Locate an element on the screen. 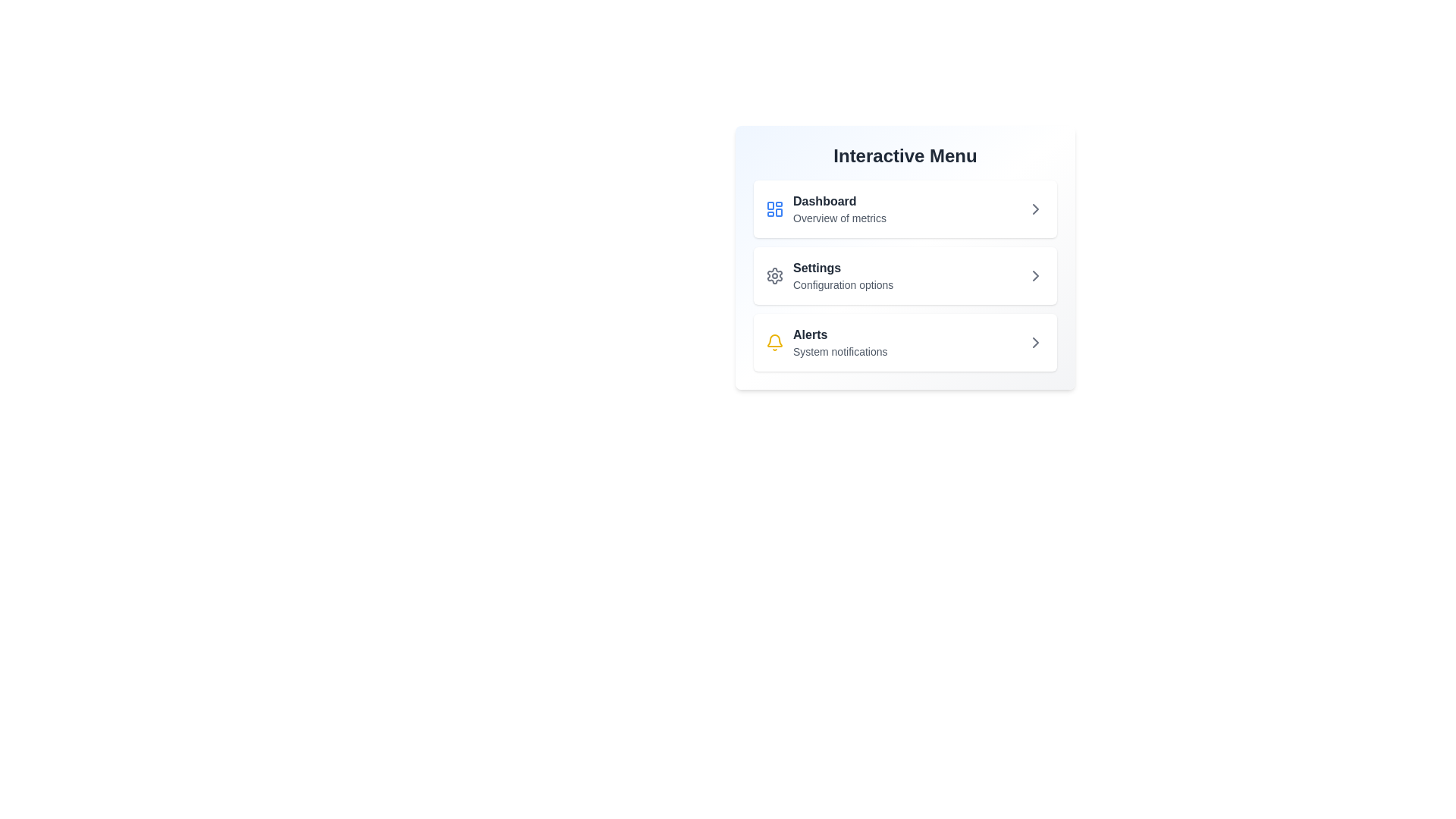 Image resolution: width=1456 pixels, height=819 pixels. the 'Settings' card, which is the middle card in the vertical stack of three cards in the 'Interactive Menu' section is located at coordinates (905, 256).